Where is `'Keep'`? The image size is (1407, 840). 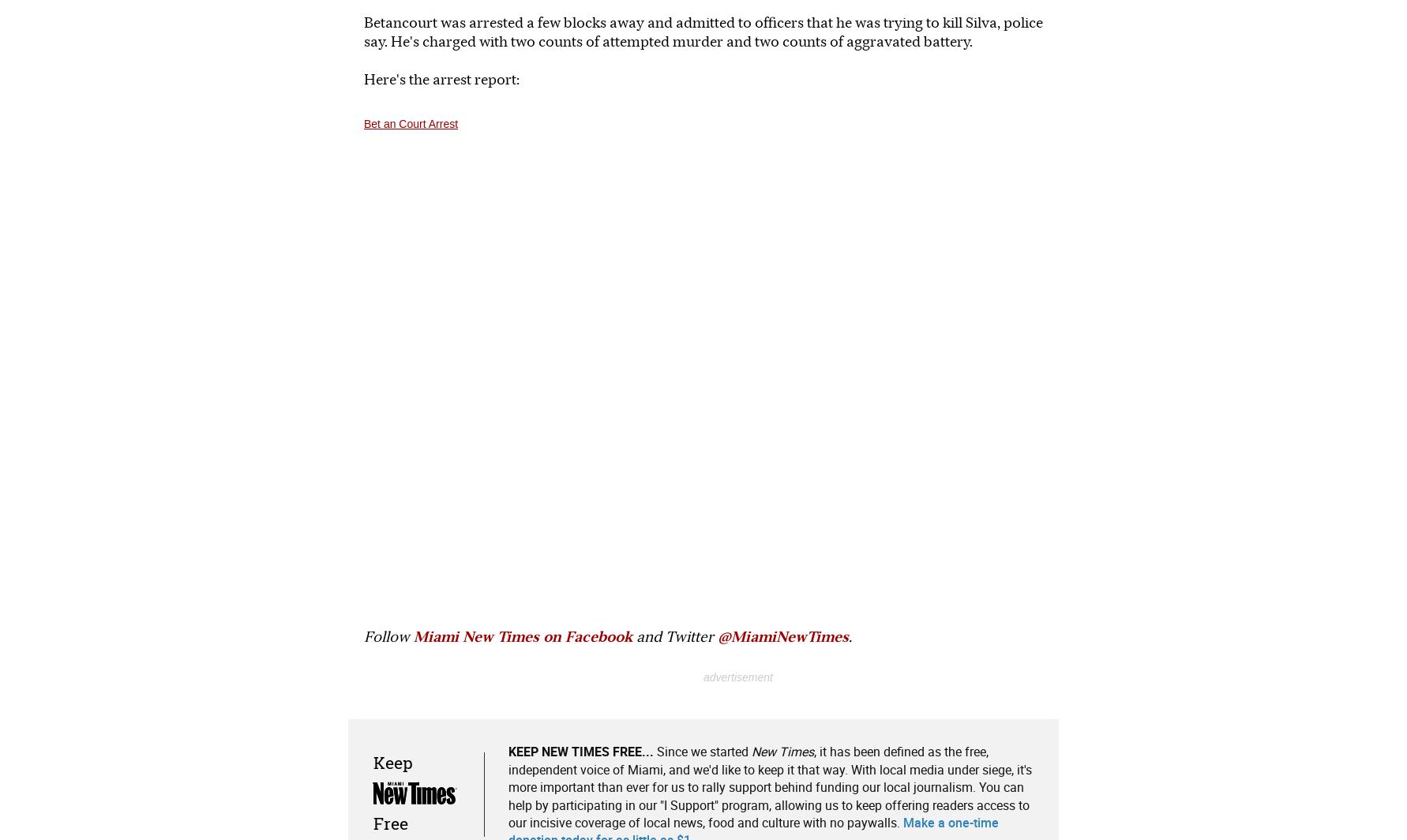 'Keep' is located at coordinates (392, 762).